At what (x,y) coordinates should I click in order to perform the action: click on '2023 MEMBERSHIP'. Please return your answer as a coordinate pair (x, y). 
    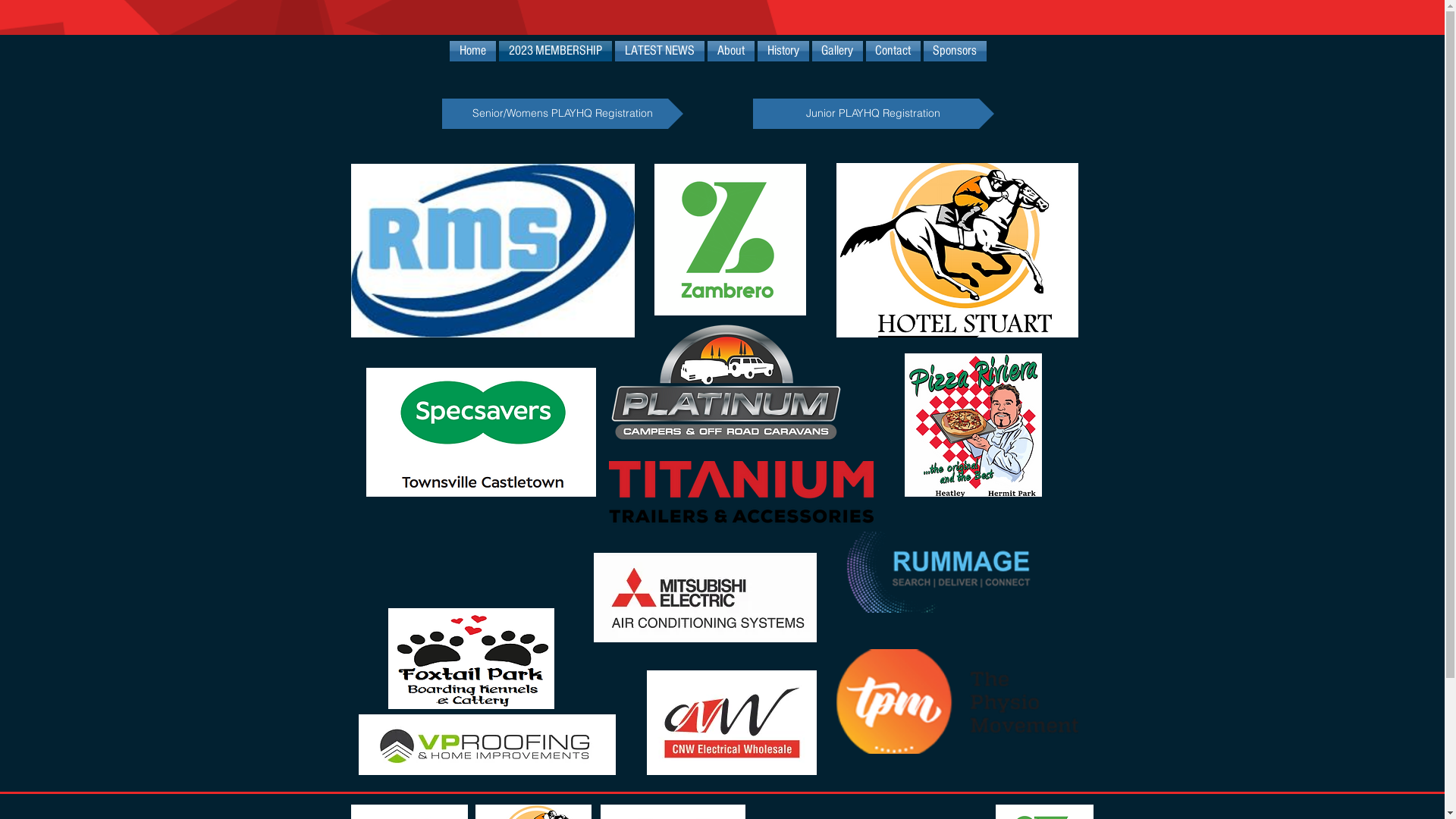
    Looking at the image, I should click on (497, 50).